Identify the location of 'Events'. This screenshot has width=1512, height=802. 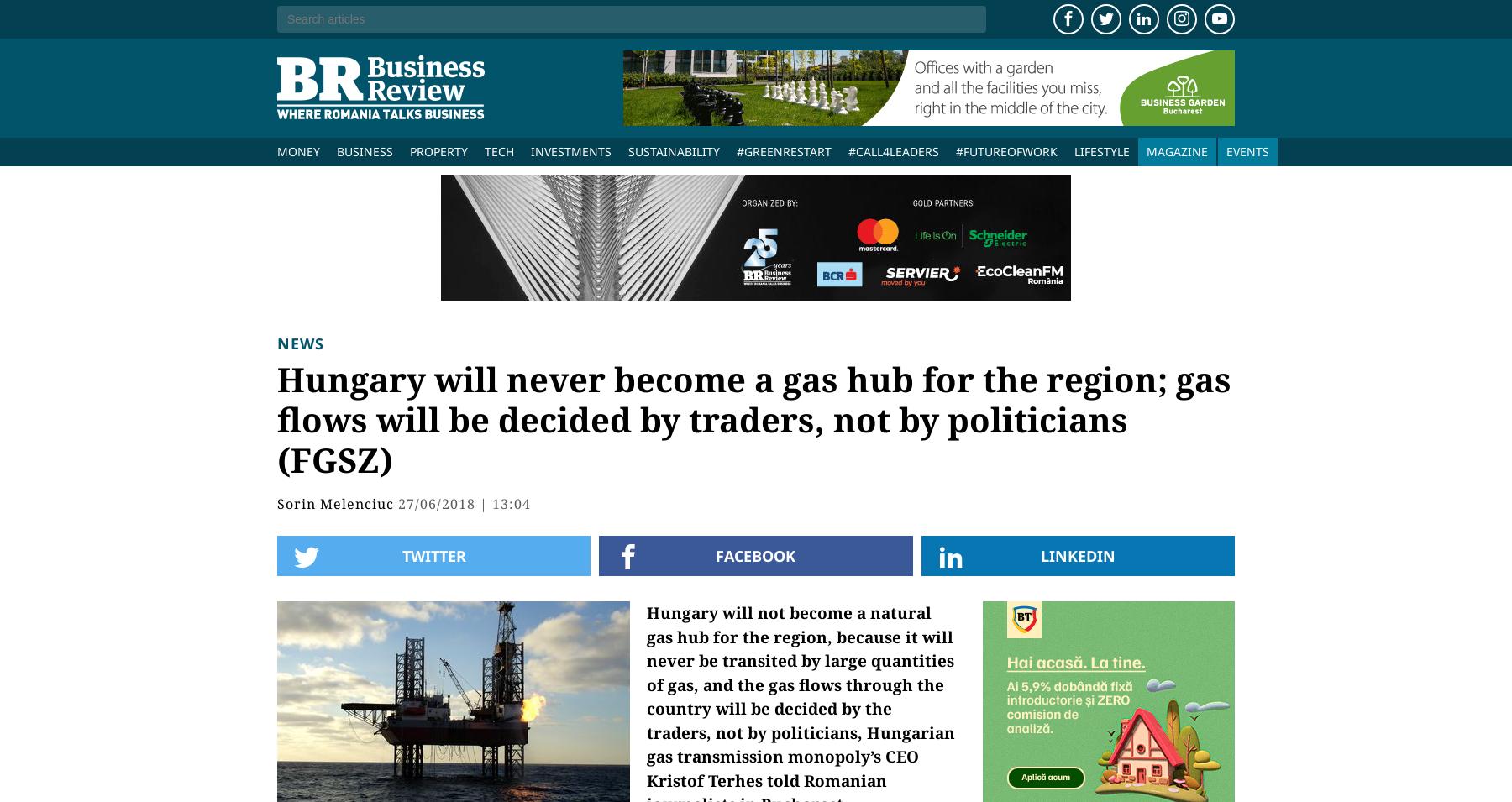
(1247, 151).